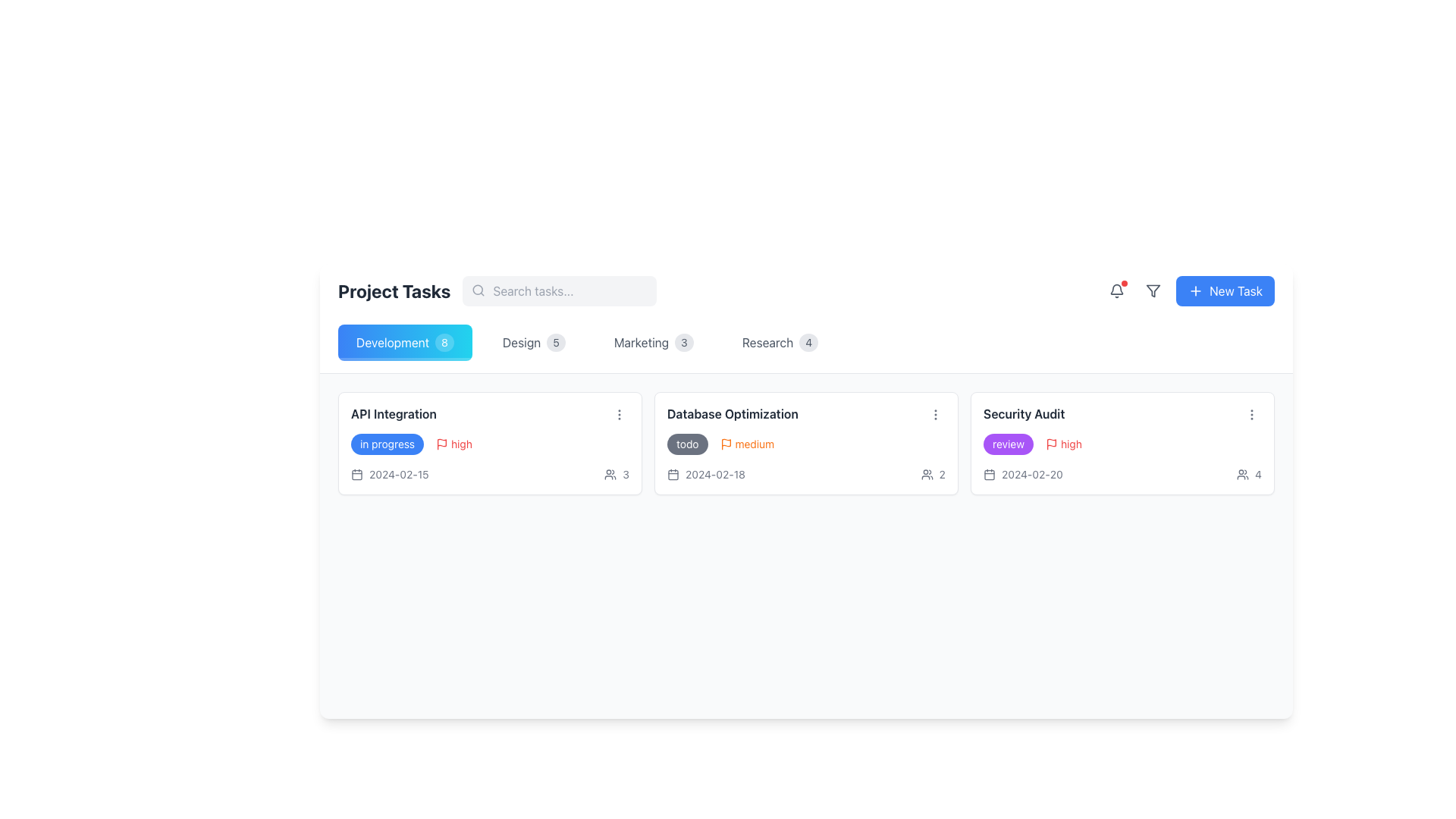  What do you see at coordinates (393, 342) in the screenshot?
I see `the text label displaying 'Development' styled in white font against a blue background` at bounding box center [393, 342].